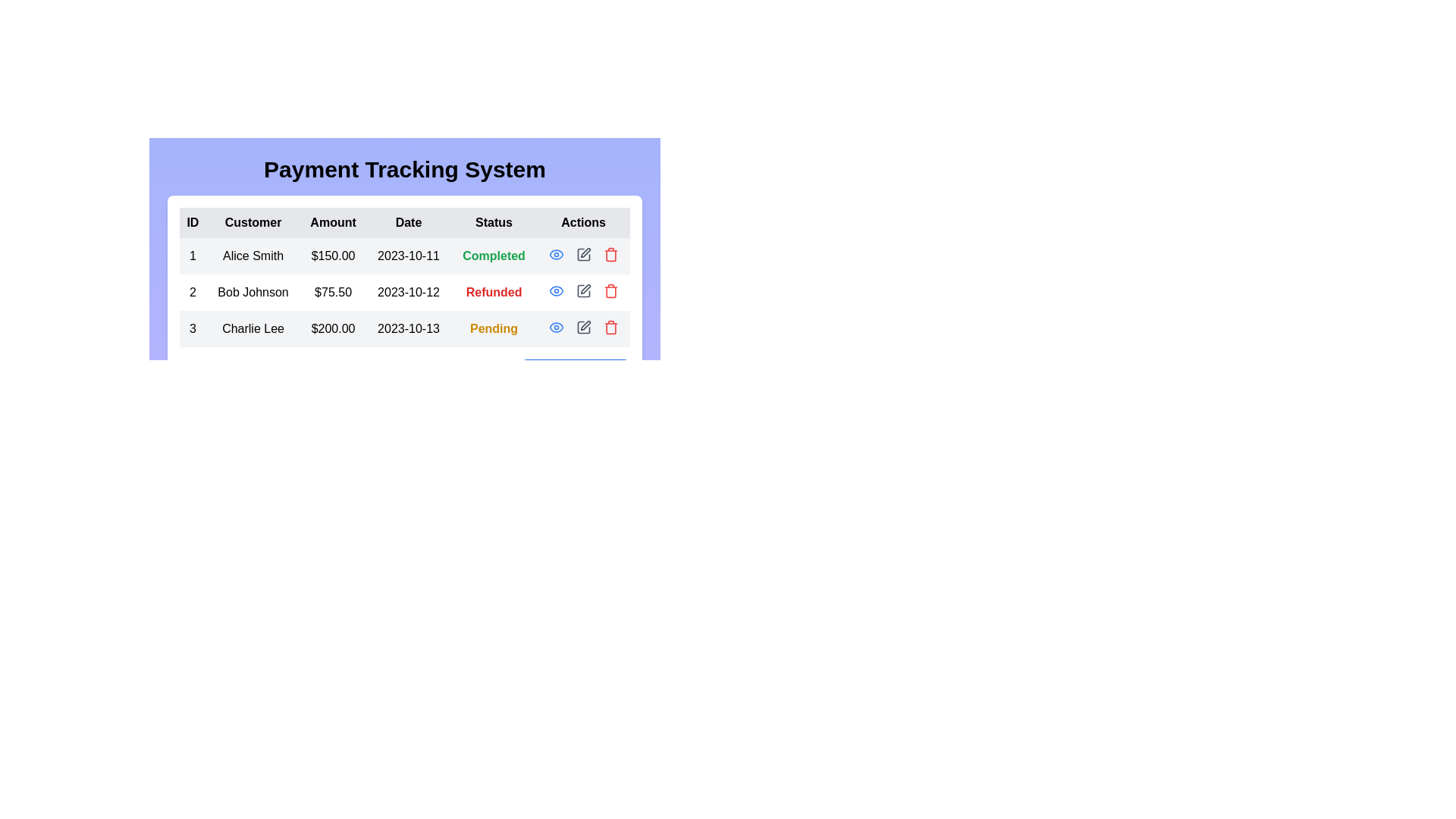 This screenshot has width=1456, height=819. I want to click on the outer shape of the eye-like SVG icon in the 'Actions' column of the third row, so click(555, 253).